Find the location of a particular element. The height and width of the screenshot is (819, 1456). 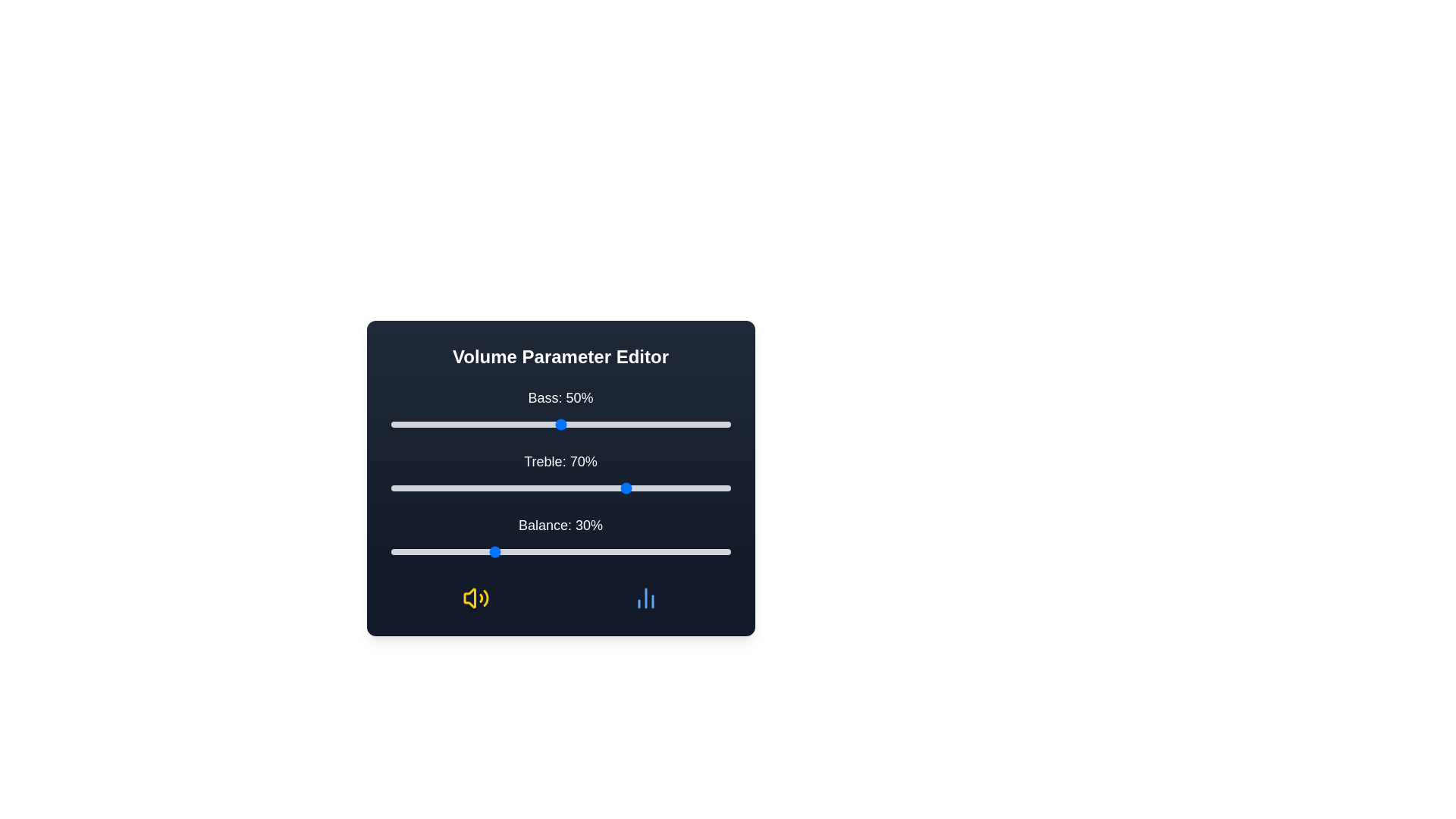

the 0 slider to a value of 16% is located at coordinates (444, 424).